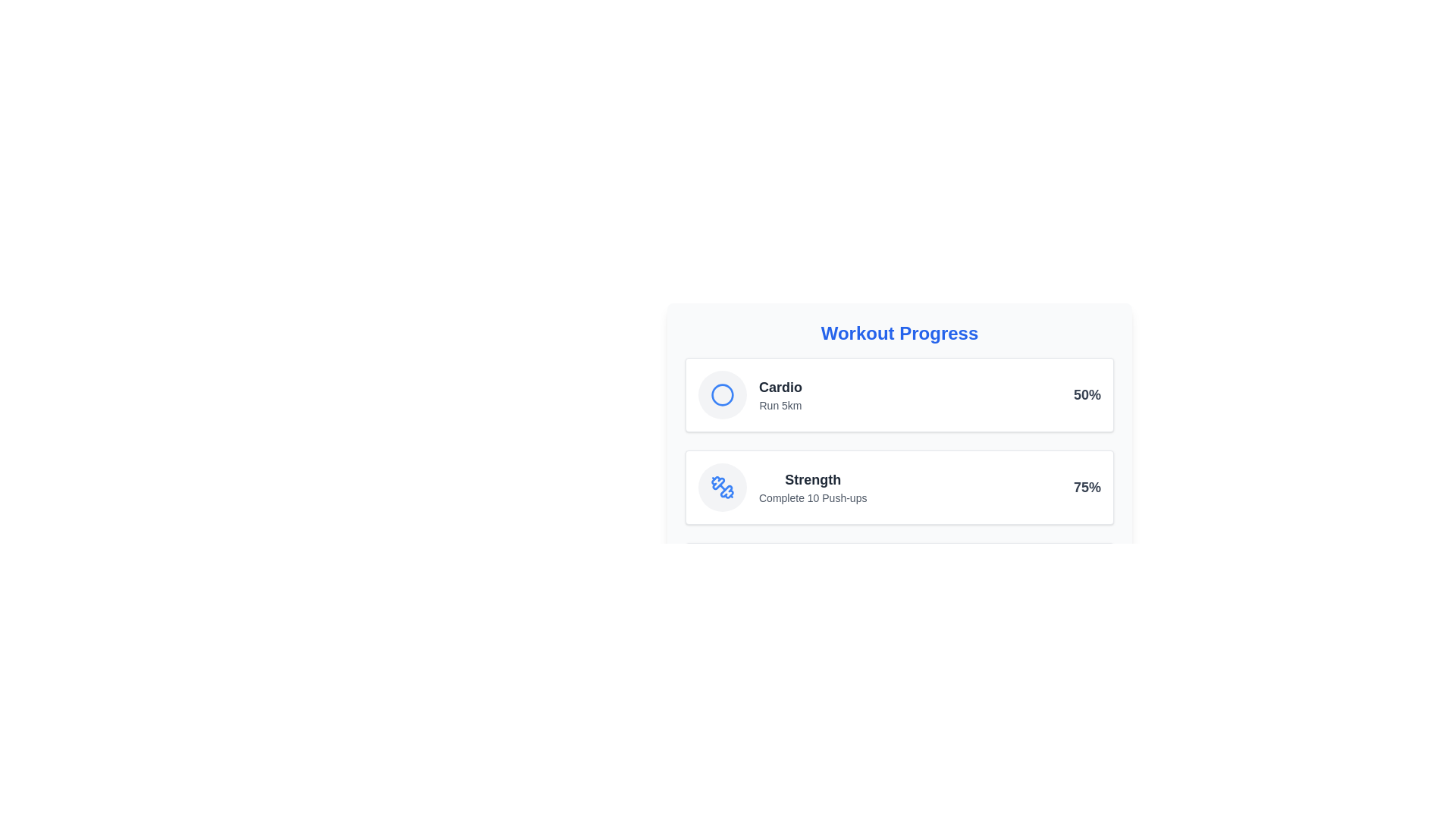  What do you see at coordinates (726, 491) in the screenshot?
I see `the 'Strength' workout goal icon, which is an SVG graphic located in the left-side icon area beside the text 'Strength' in the workout progress tracker` at bounding box center [726, 491].